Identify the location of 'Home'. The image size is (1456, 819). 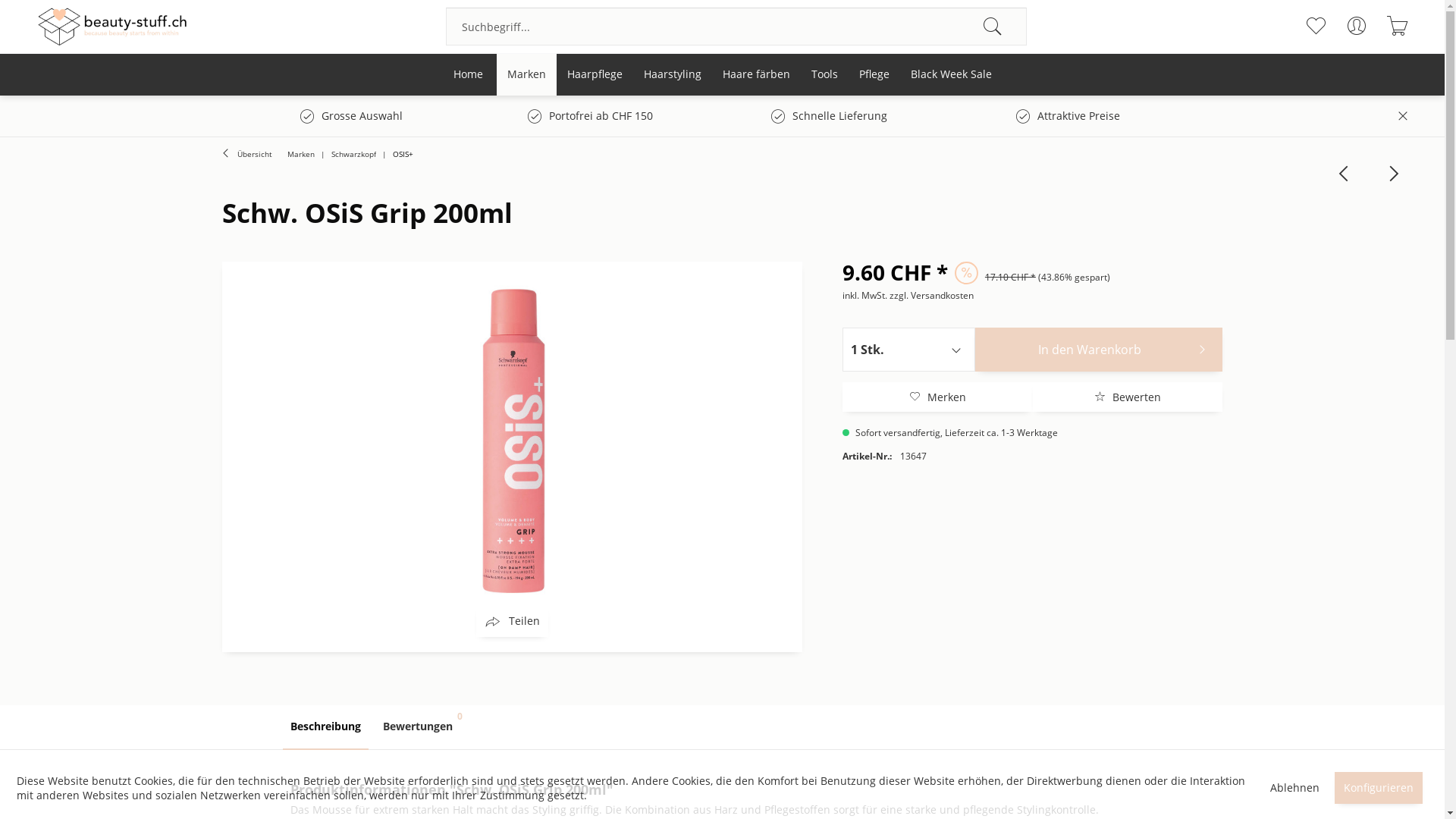
(467, 74).